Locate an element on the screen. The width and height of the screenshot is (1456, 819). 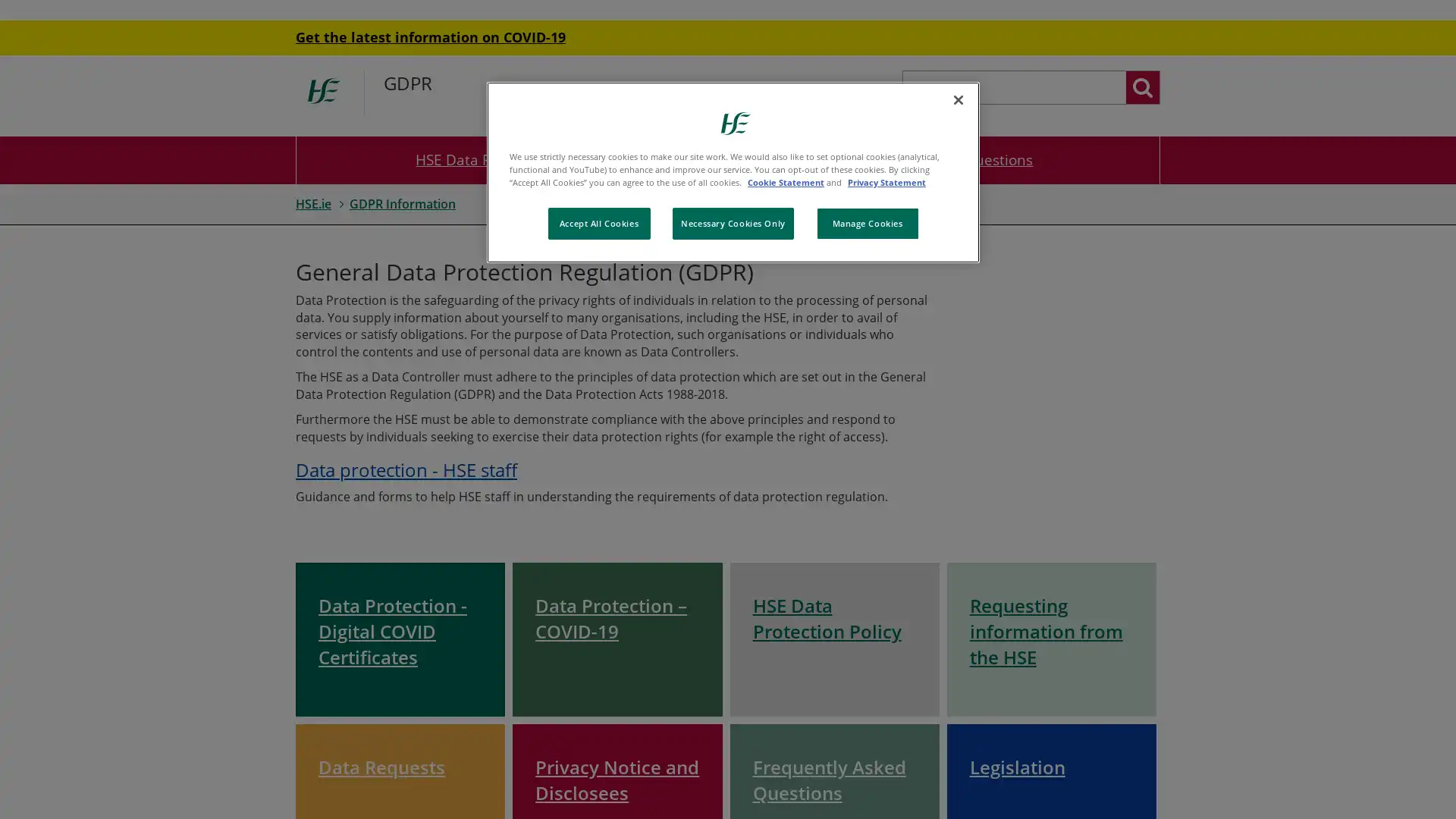
Manage Cookies is located at coordinates (867, 223).